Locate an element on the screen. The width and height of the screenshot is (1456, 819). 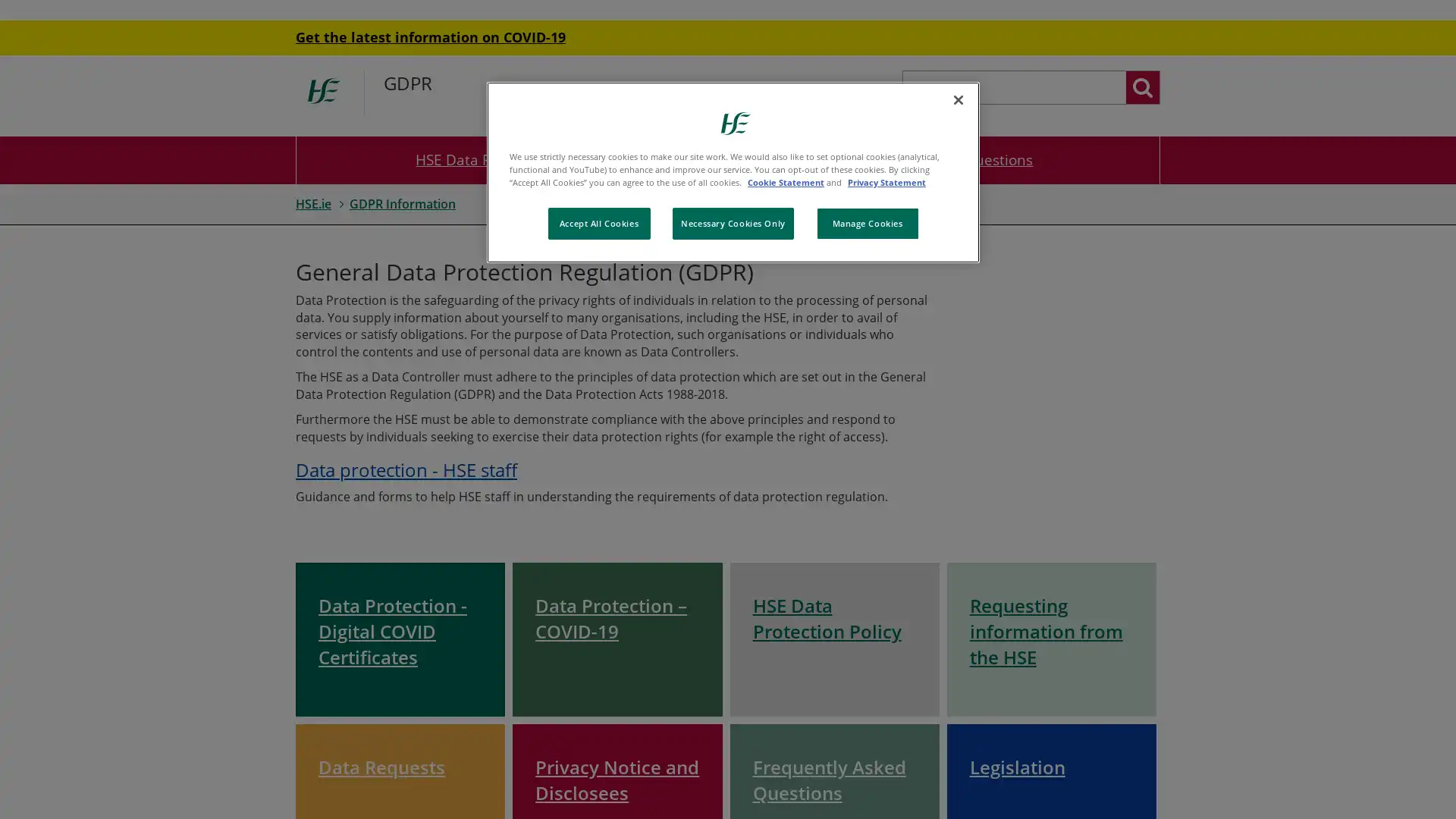
Manage Cookies is located at coordinates (867, 223).